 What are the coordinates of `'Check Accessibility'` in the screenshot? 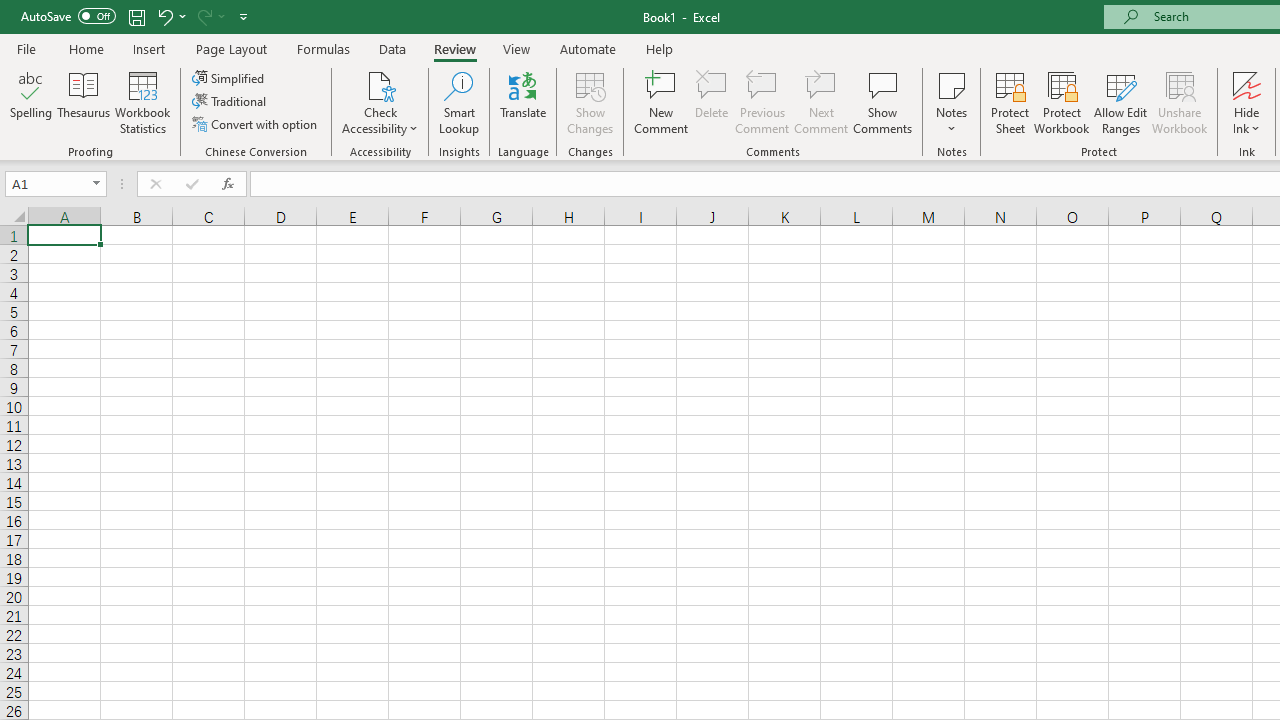 It's located at (380, 103).